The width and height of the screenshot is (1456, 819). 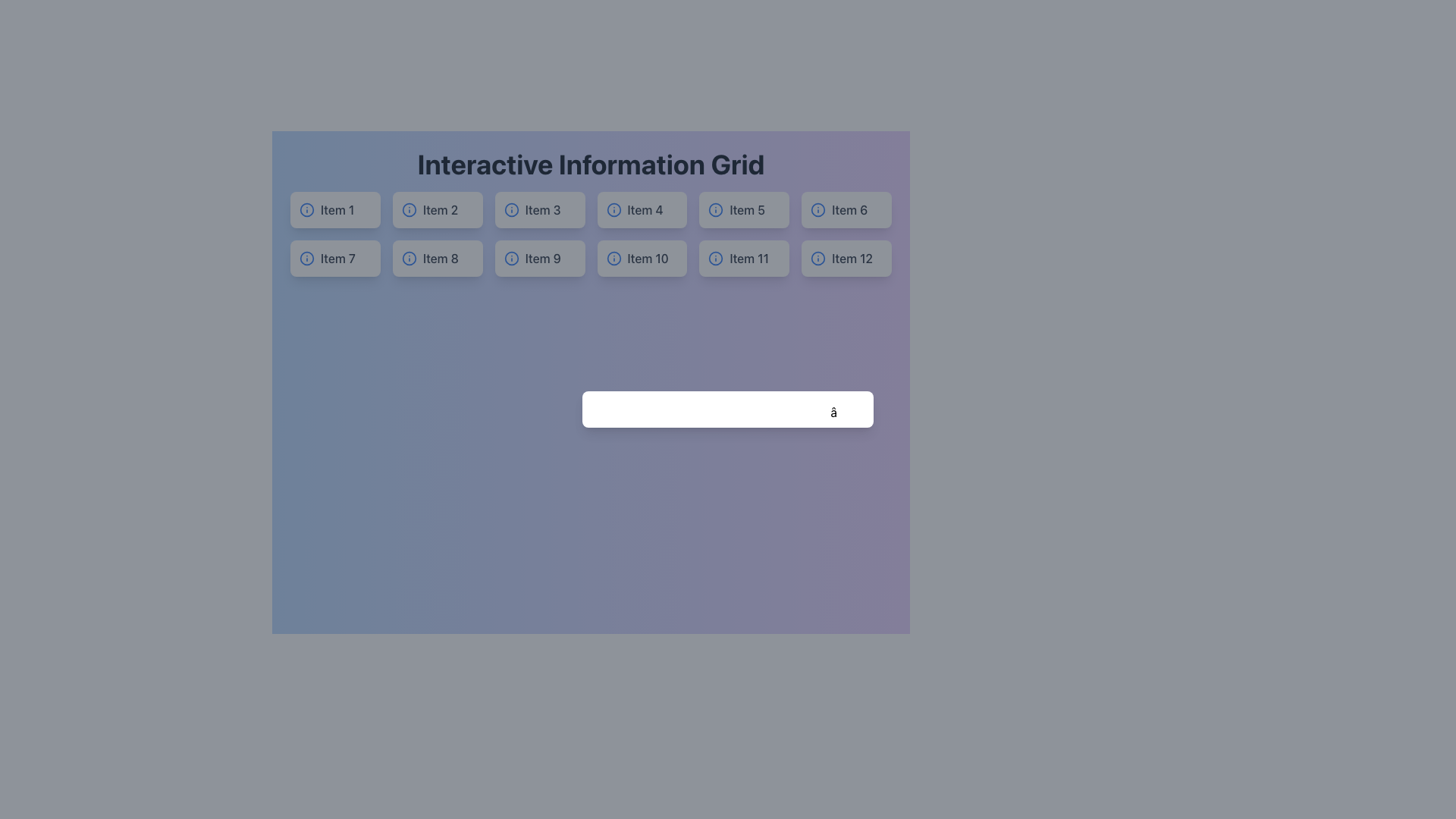 I want to click on displayed text of the label with icon that shows 'Item 2', which is positioned in the first row, second column of a grid layout, so click(x=437, y=210).